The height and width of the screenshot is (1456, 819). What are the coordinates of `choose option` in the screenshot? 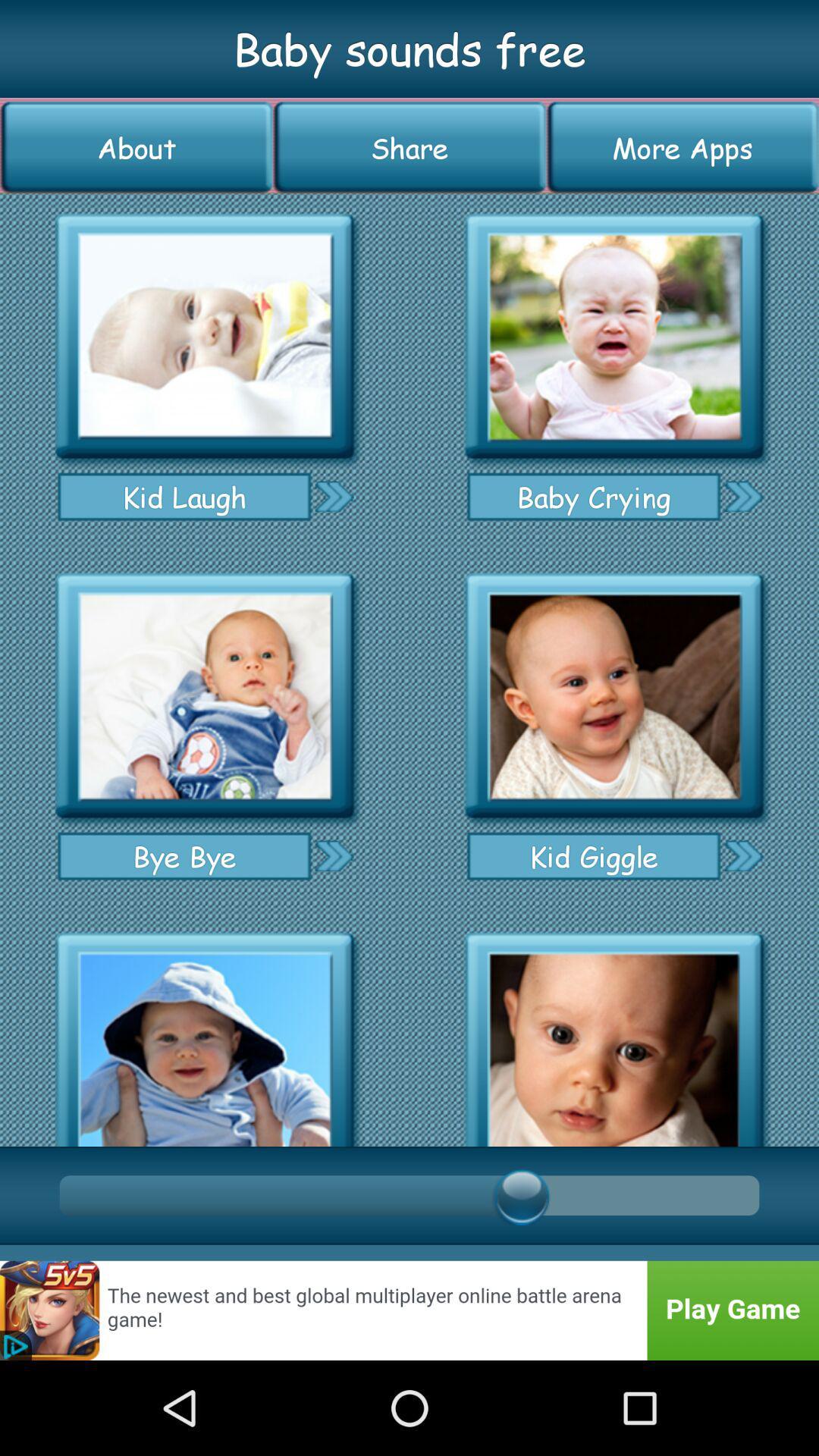 It's located at (333, 496).